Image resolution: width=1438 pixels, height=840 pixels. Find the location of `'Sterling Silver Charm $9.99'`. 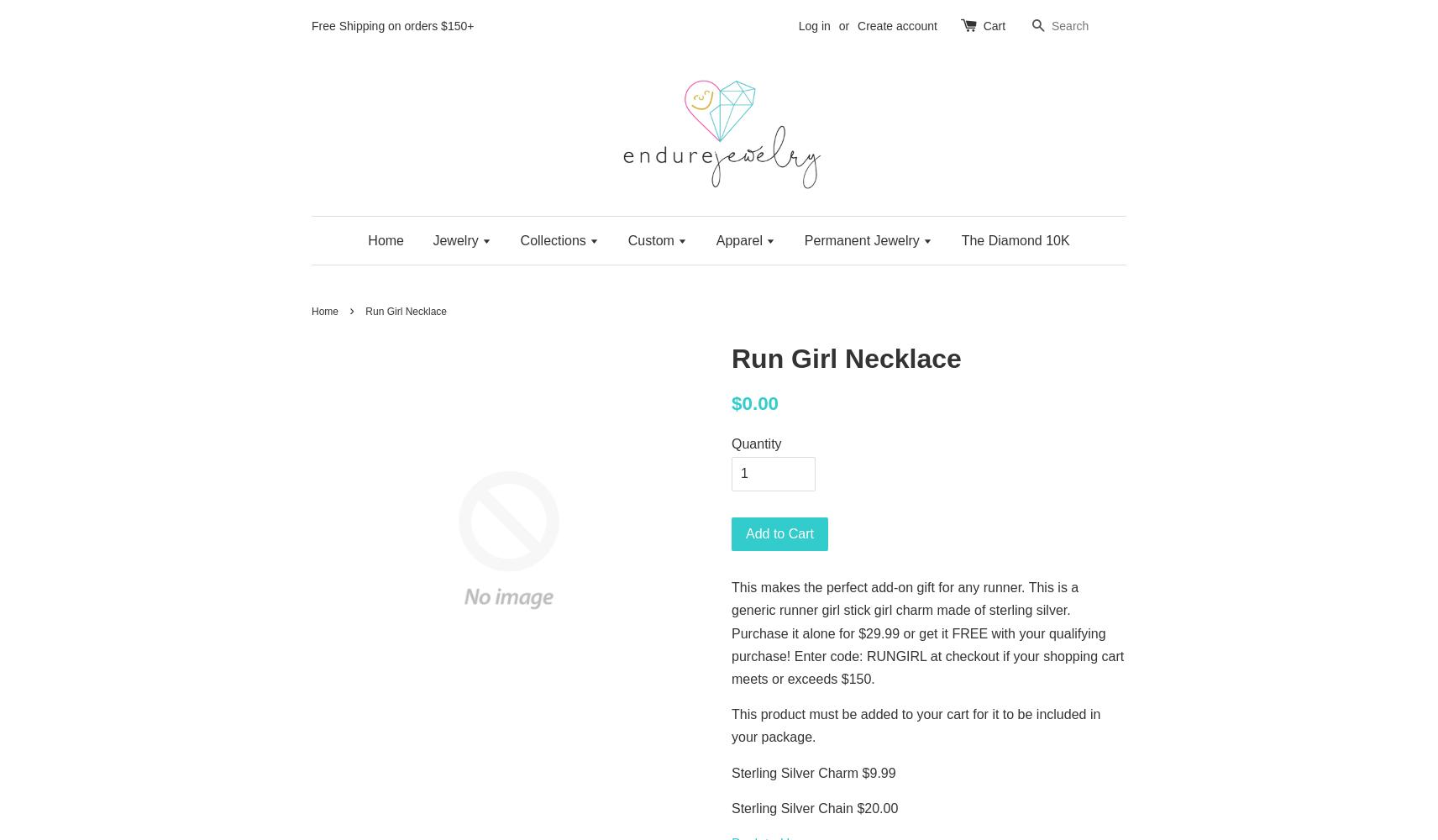

'Sterling Silver Charm $9.99' is located at coordinates (731, 772).